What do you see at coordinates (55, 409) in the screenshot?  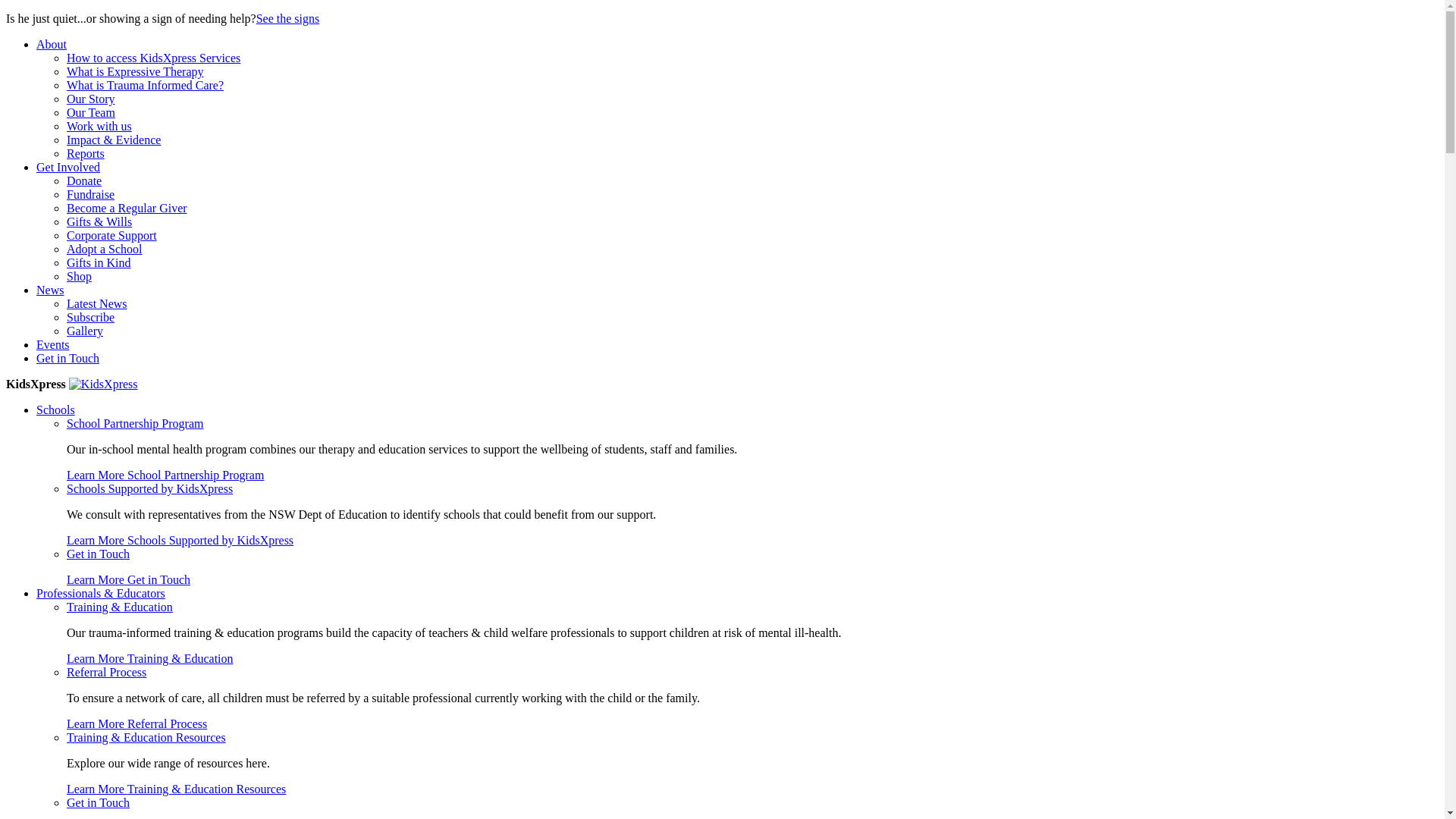 I see `'Schools'` at bounding box center [55, 409].